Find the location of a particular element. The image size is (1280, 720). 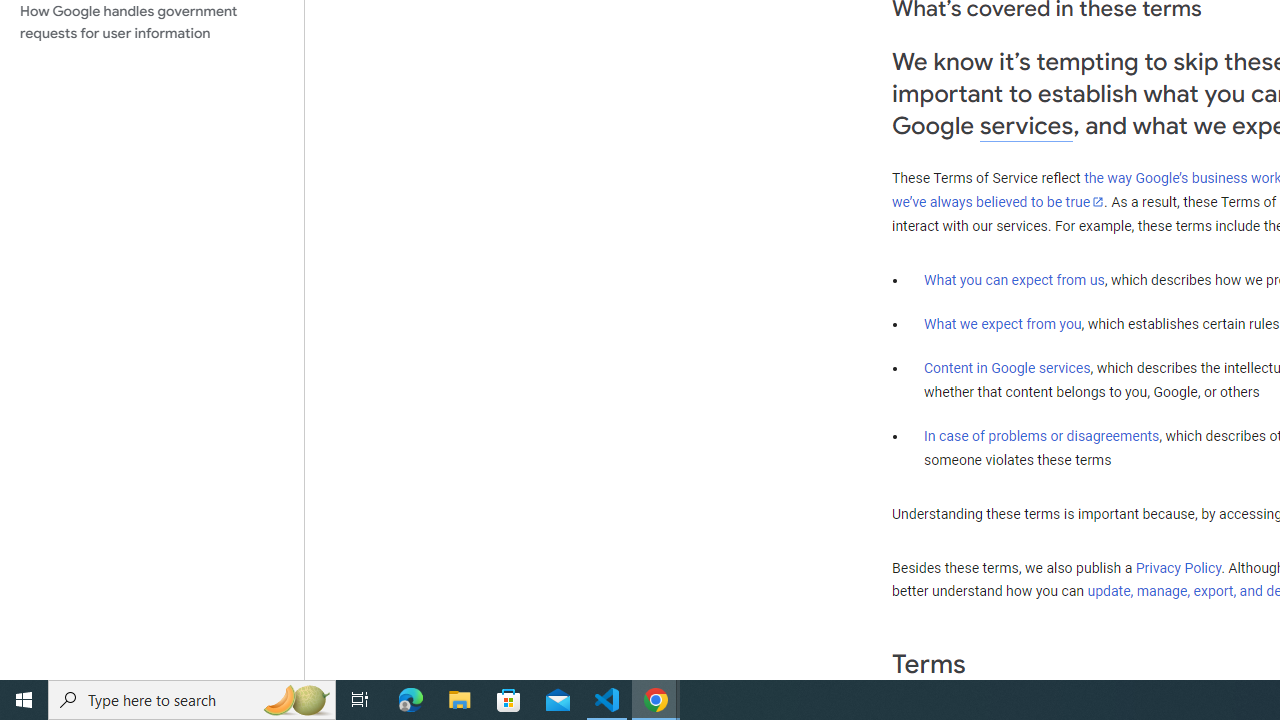

'Content in Google services' is located at coordinates (1007, 368).